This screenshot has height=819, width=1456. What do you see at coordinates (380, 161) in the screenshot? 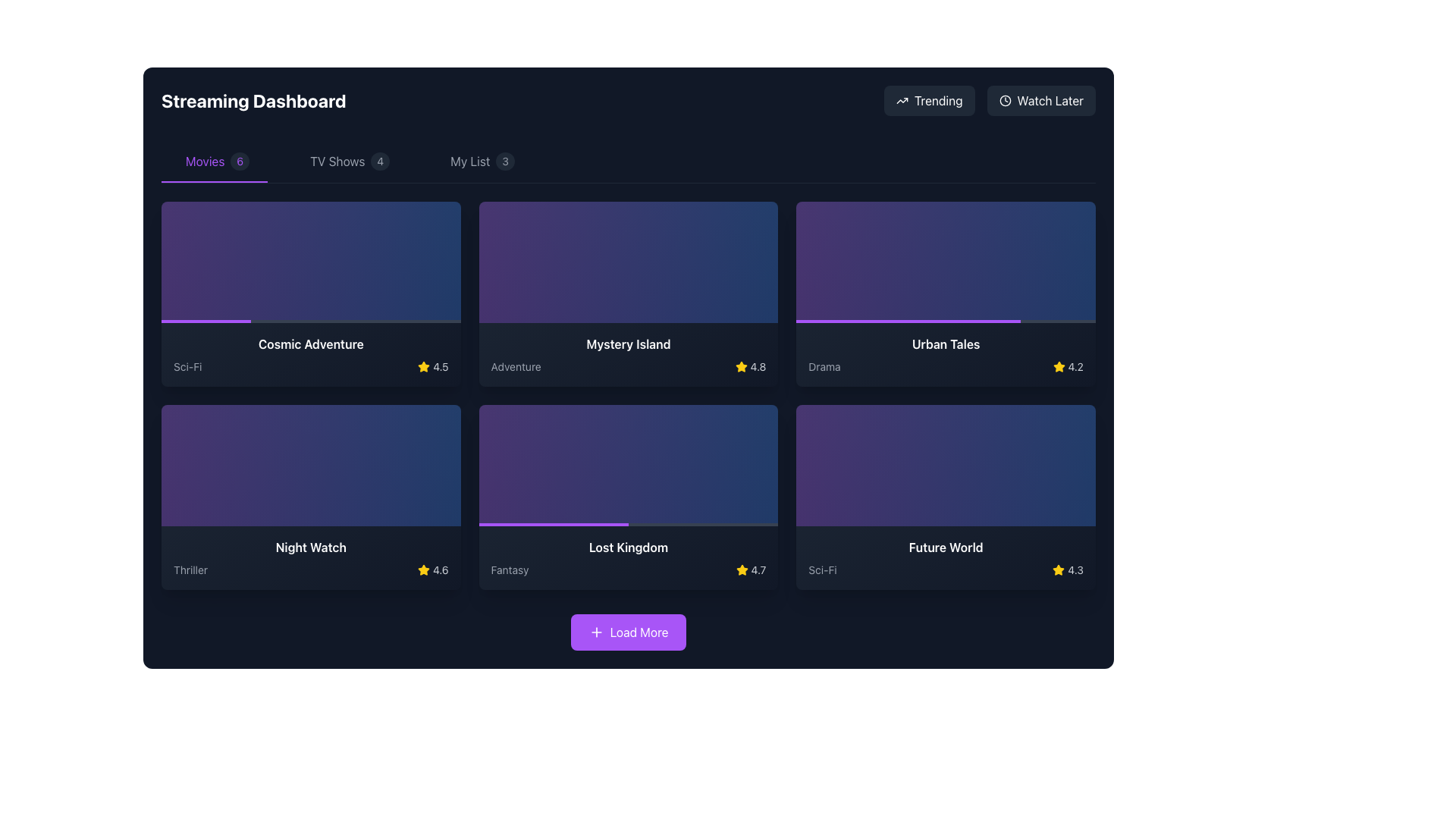
I see `the numerical indicator badge displaying the number '4', which is located to the right of the 'TV Shows' text in the navigation bar` at bounding box center [380, 161].